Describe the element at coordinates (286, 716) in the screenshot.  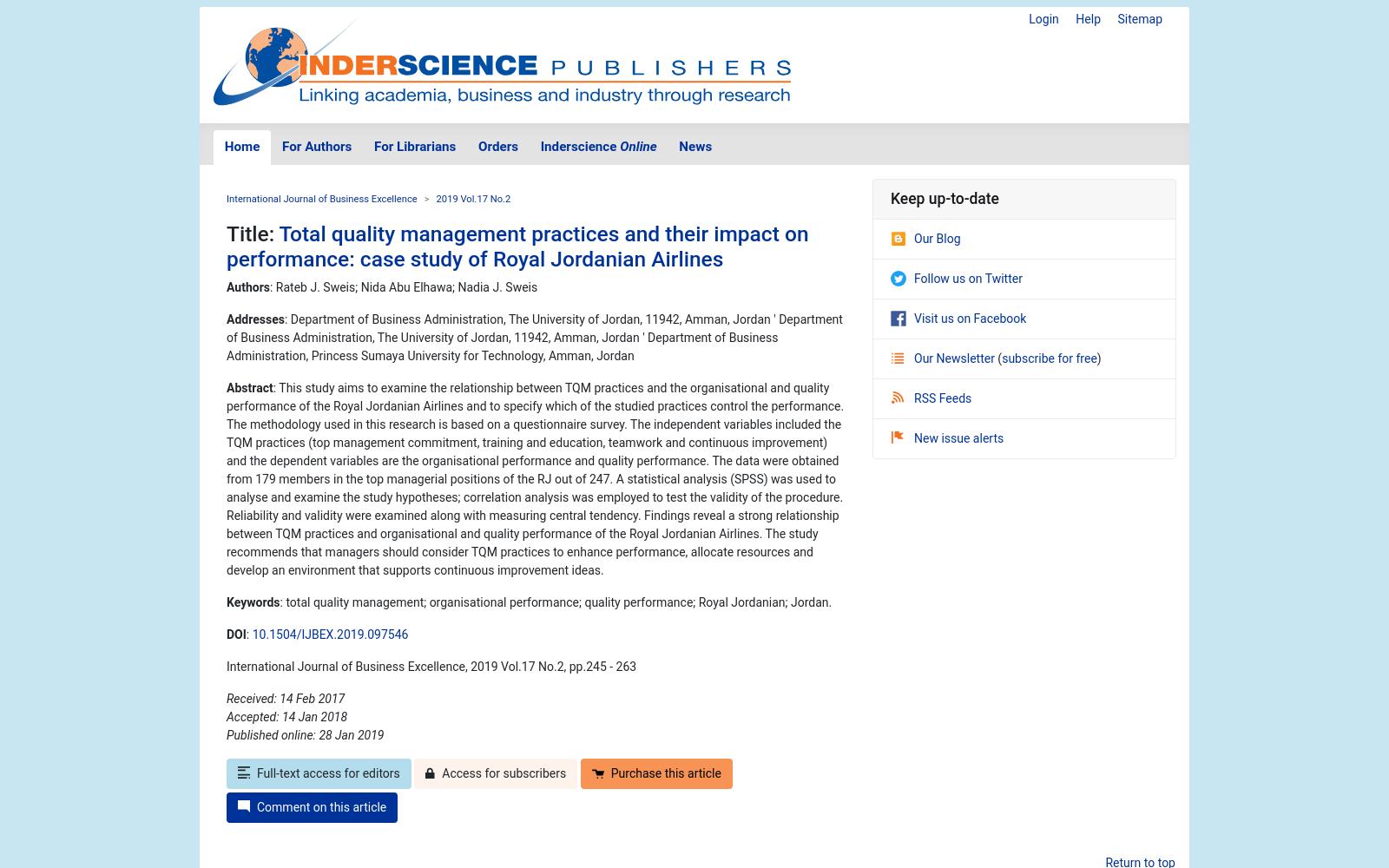
I see `'Accepted: 14 Jan 2018'` at that location.